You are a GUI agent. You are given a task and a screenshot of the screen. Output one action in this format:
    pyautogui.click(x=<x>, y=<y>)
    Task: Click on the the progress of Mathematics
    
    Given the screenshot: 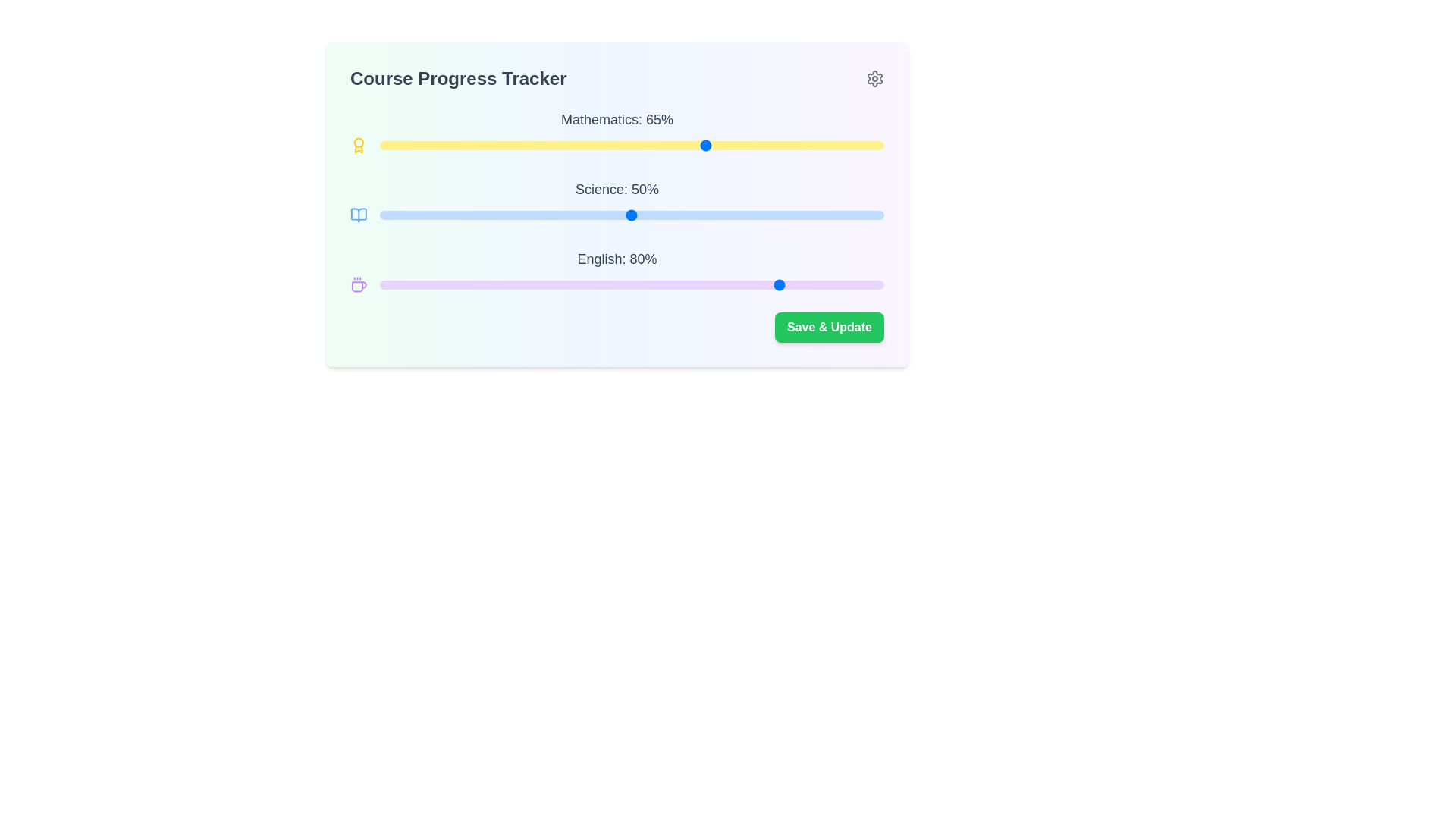 What is the action you would take?
    pyautogui.click(x=400, y=146)
    